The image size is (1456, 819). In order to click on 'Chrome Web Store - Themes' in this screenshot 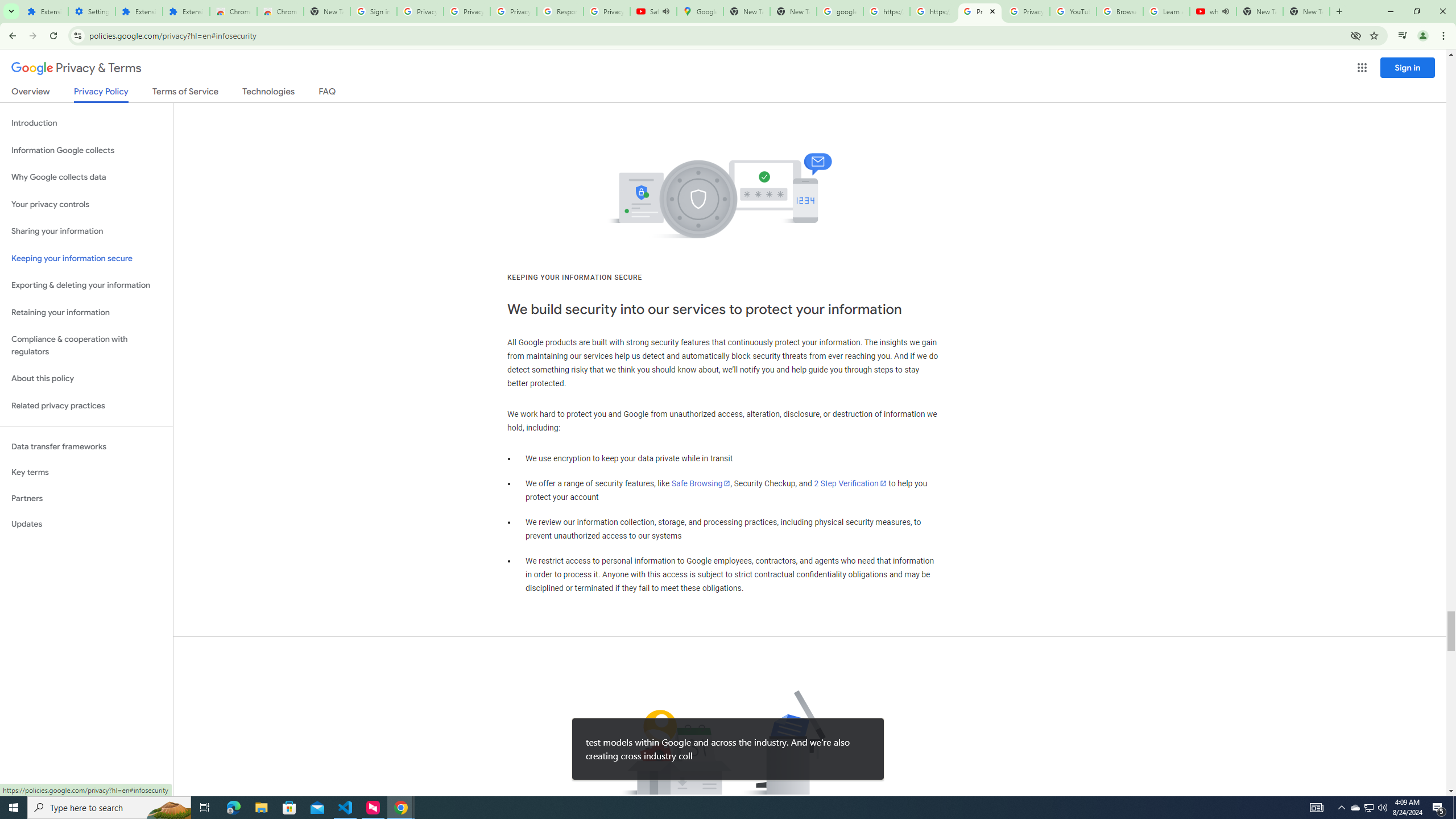, I will do `click(280, 11)`.